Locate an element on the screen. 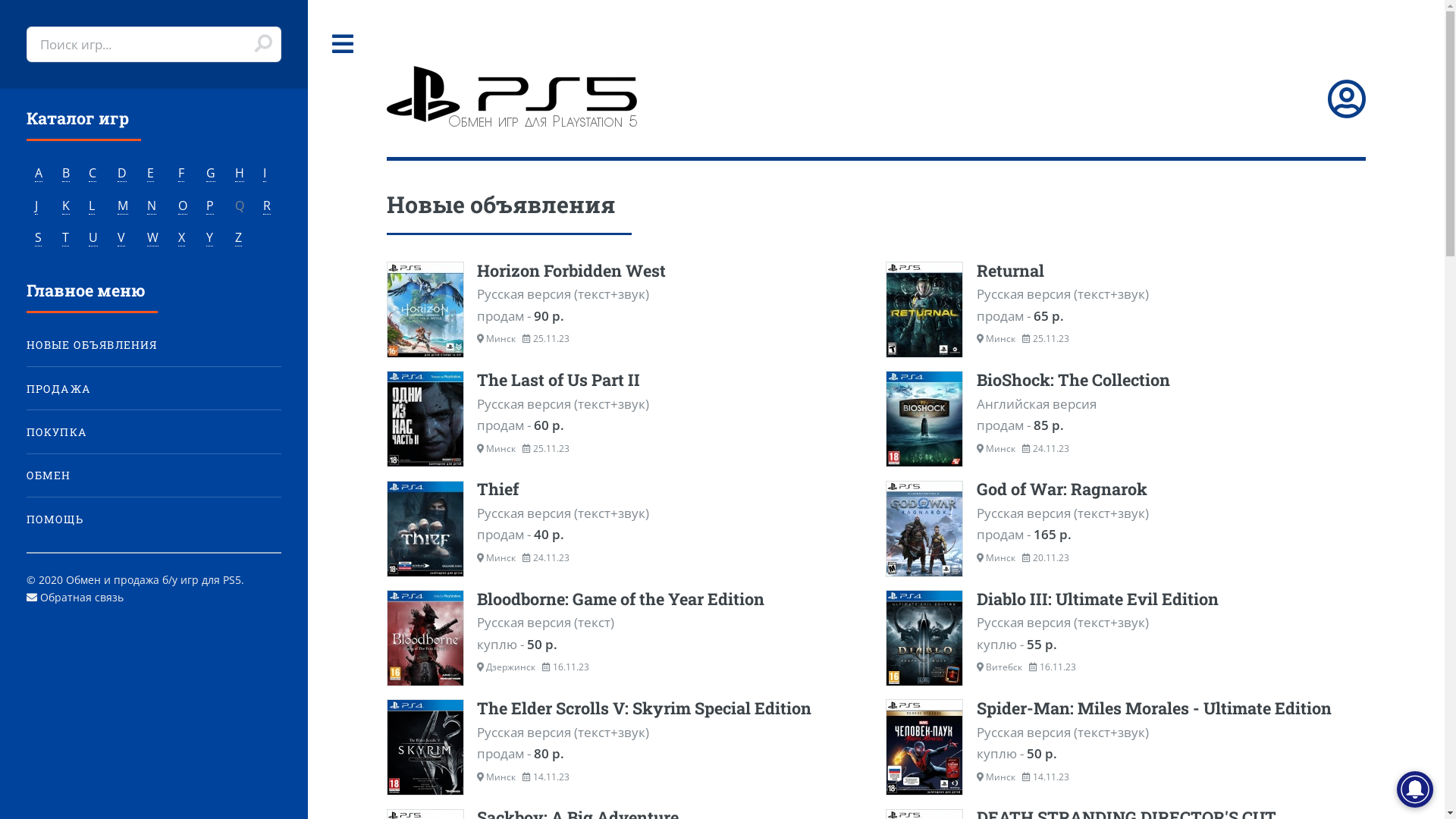  'Toggle' is located at coordinates (342, 43).